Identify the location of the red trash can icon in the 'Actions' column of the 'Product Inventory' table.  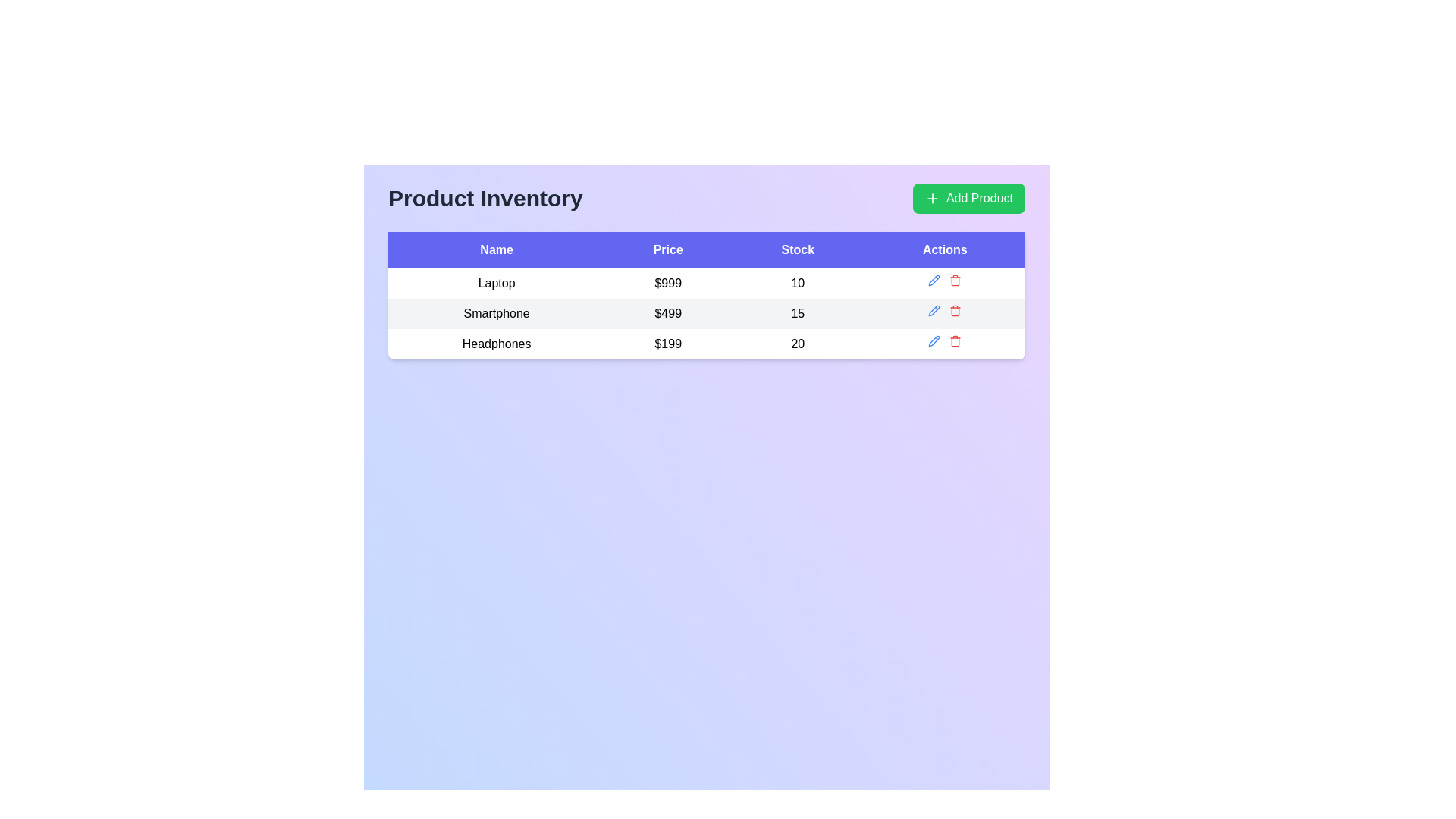
(954, 281).